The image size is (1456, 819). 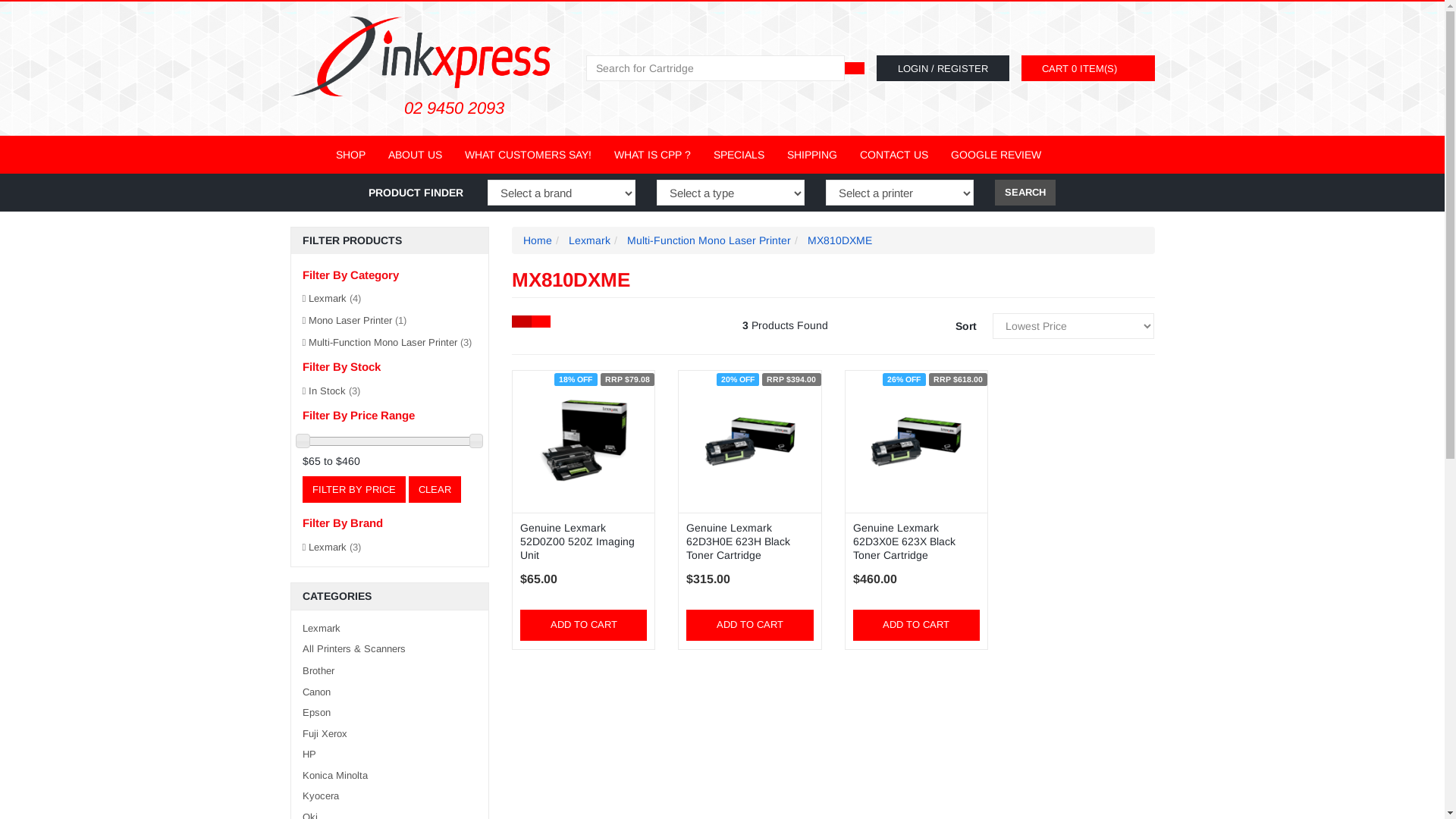 What do you see at coordinates (407, 489) in the screenshot?
I see `'CLEAR'` at bounding box center [407, 489].